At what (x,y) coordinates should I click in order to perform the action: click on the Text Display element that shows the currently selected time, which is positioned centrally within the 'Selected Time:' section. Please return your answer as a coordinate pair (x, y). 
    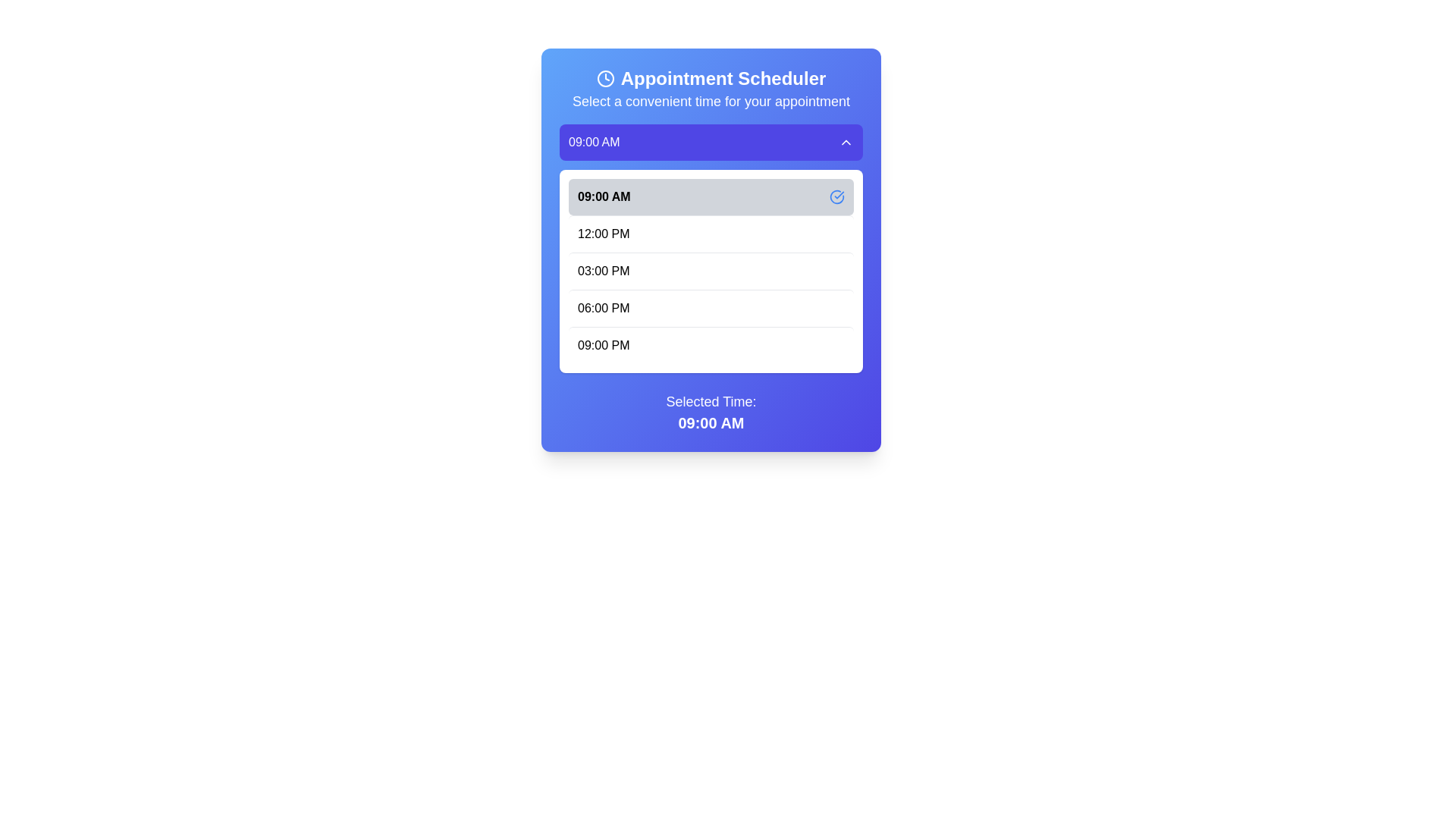
    Looking at the image, I should click on (710, 423).